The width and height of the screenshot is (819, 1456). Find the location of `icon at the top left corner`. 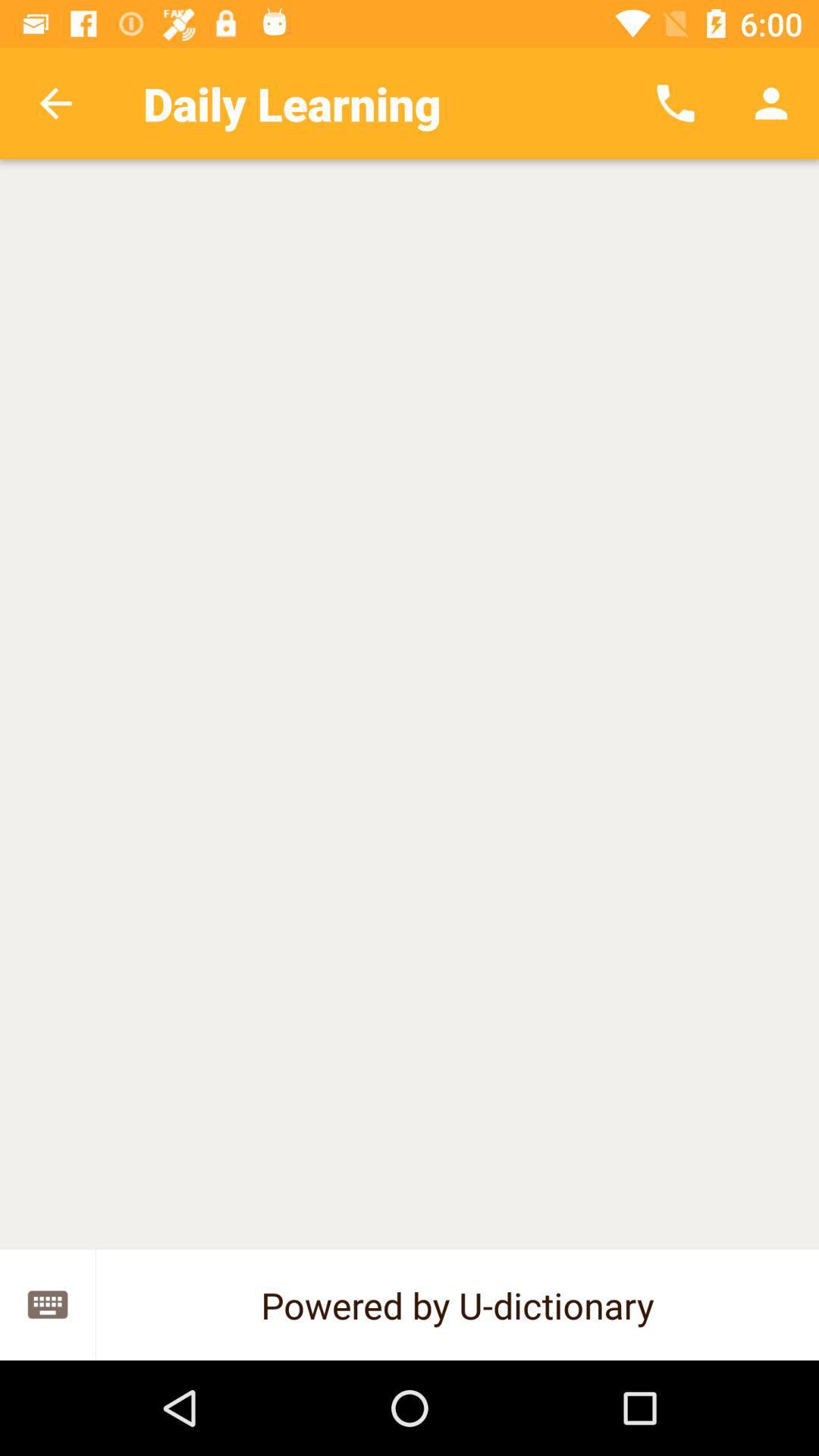

icon at the top left corner is located at coordinates (55, 102).